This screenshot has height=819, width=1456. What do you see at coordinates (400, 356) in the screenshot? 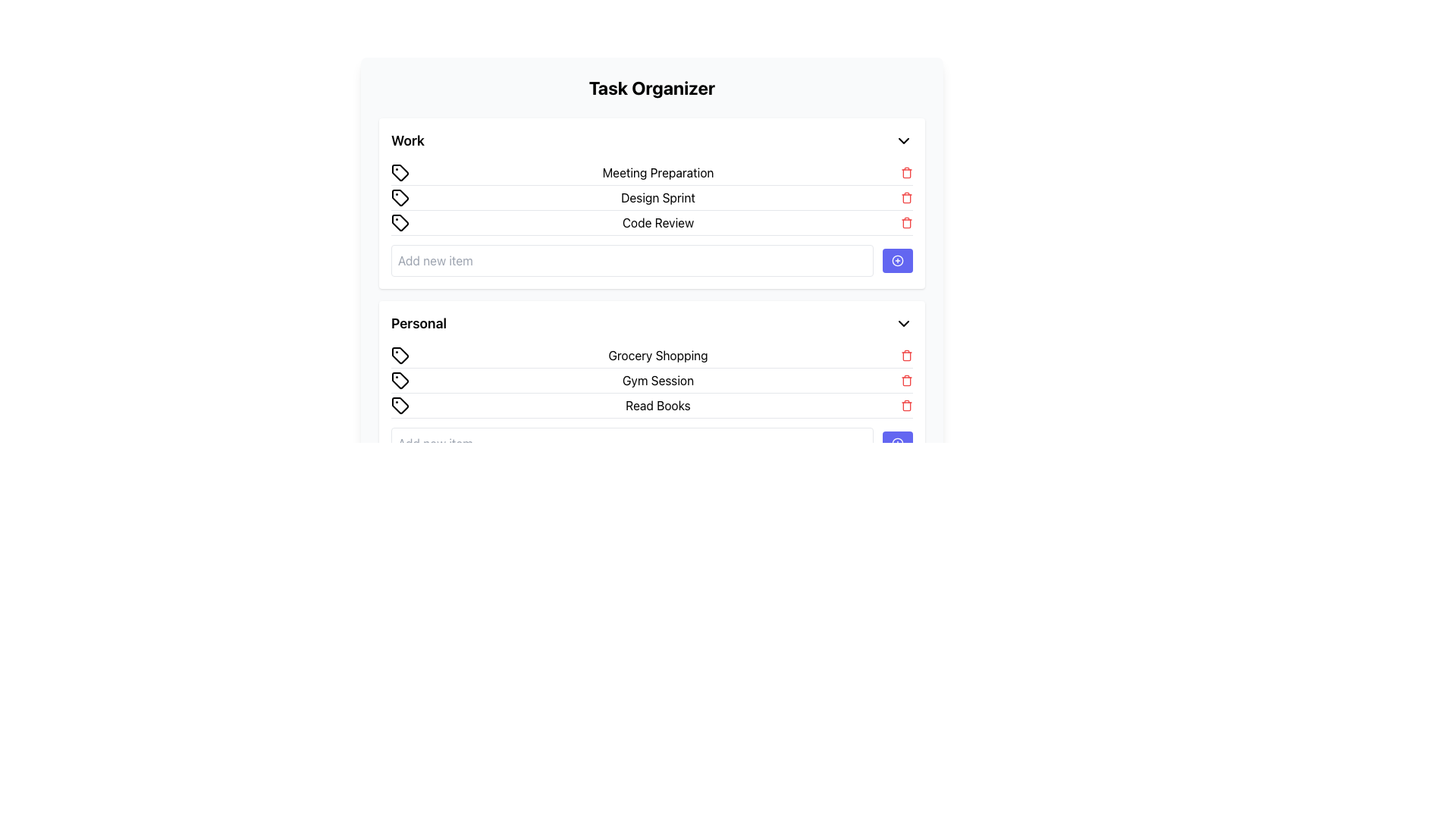
I see `the SVG-based icon representing 'Grocery Shopping' located in the 'Personal' section of the task management interface` at bounding box center [400, 356].